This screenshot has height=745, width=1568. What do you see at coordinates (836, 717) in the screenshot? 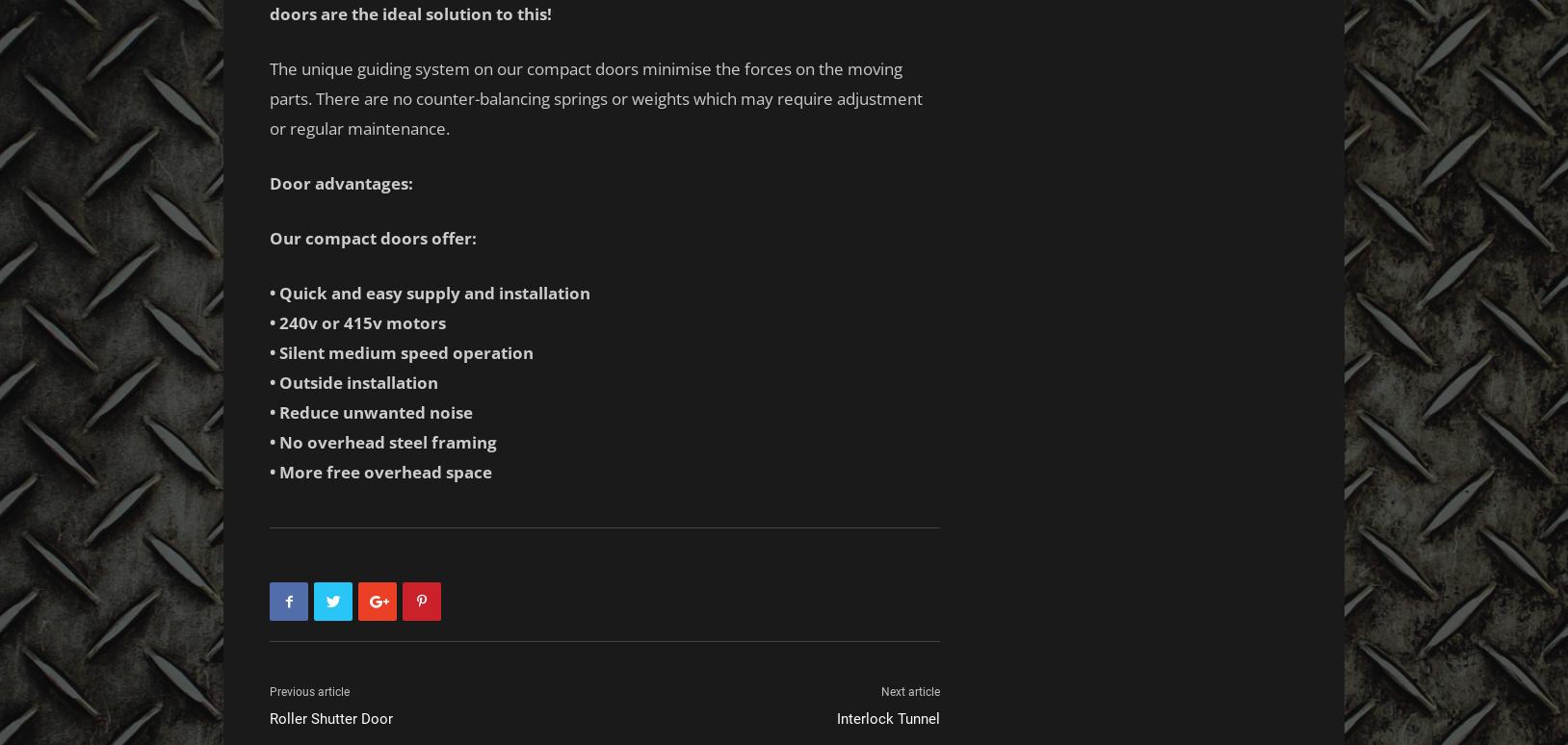
I see `'Interlock Tunnel'` at bounding box center [836, 717].